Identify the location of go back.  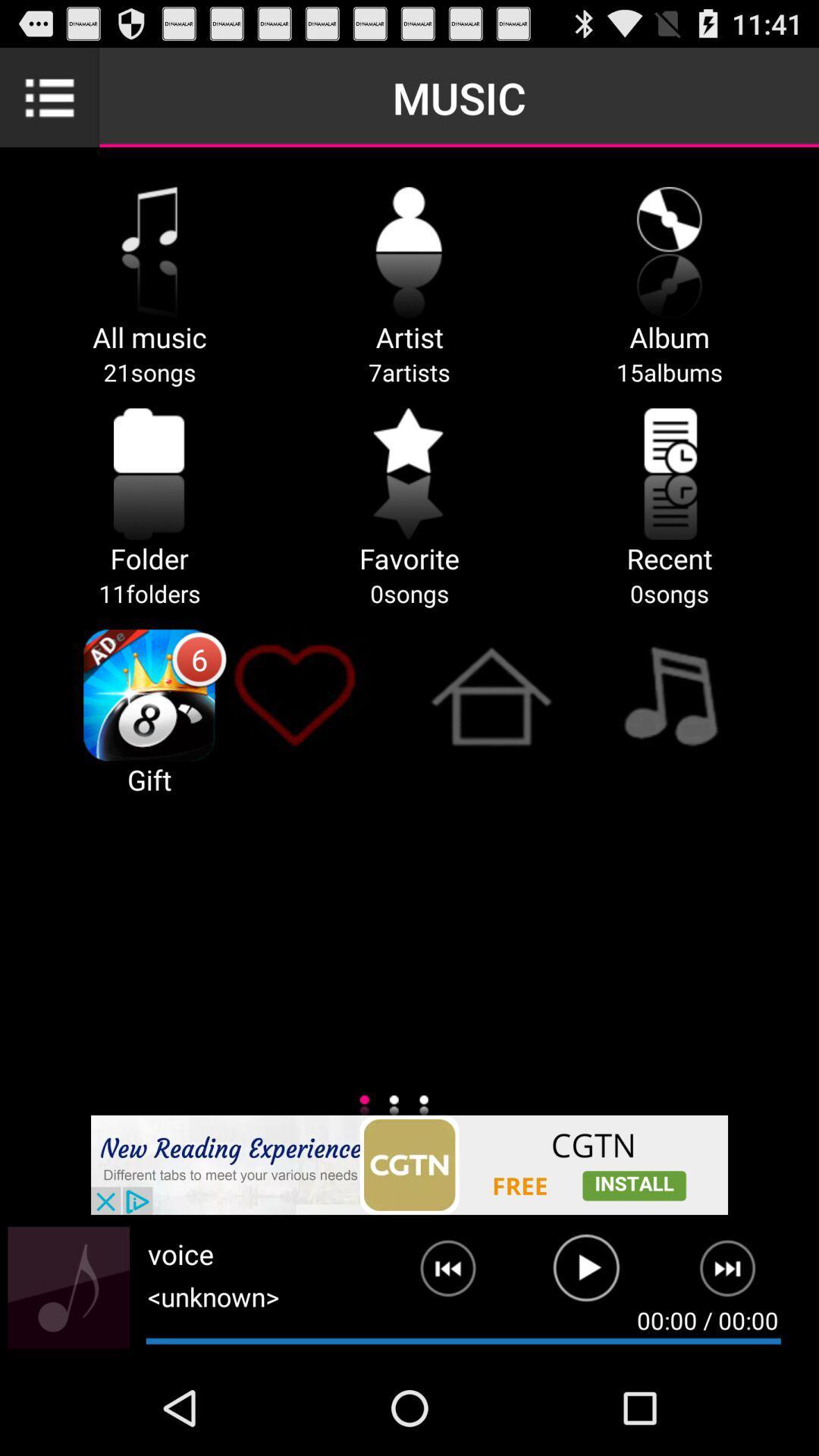
(436, 1274).